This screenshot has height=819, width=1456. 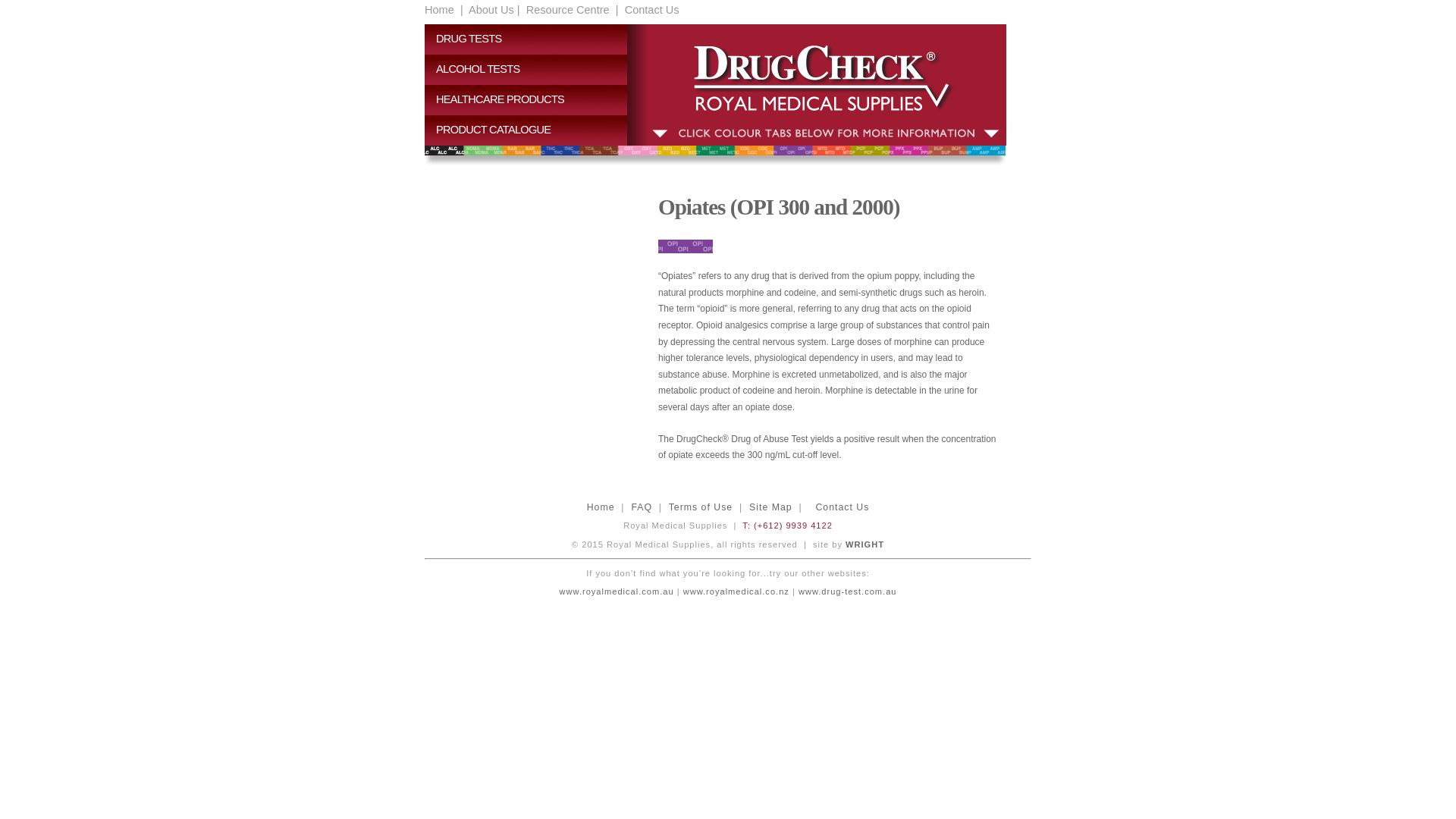 What do you see at coordinates (570, 9) in the screenshot?
I see `' Resource Centre  |'` at bounding box center [570, 9].